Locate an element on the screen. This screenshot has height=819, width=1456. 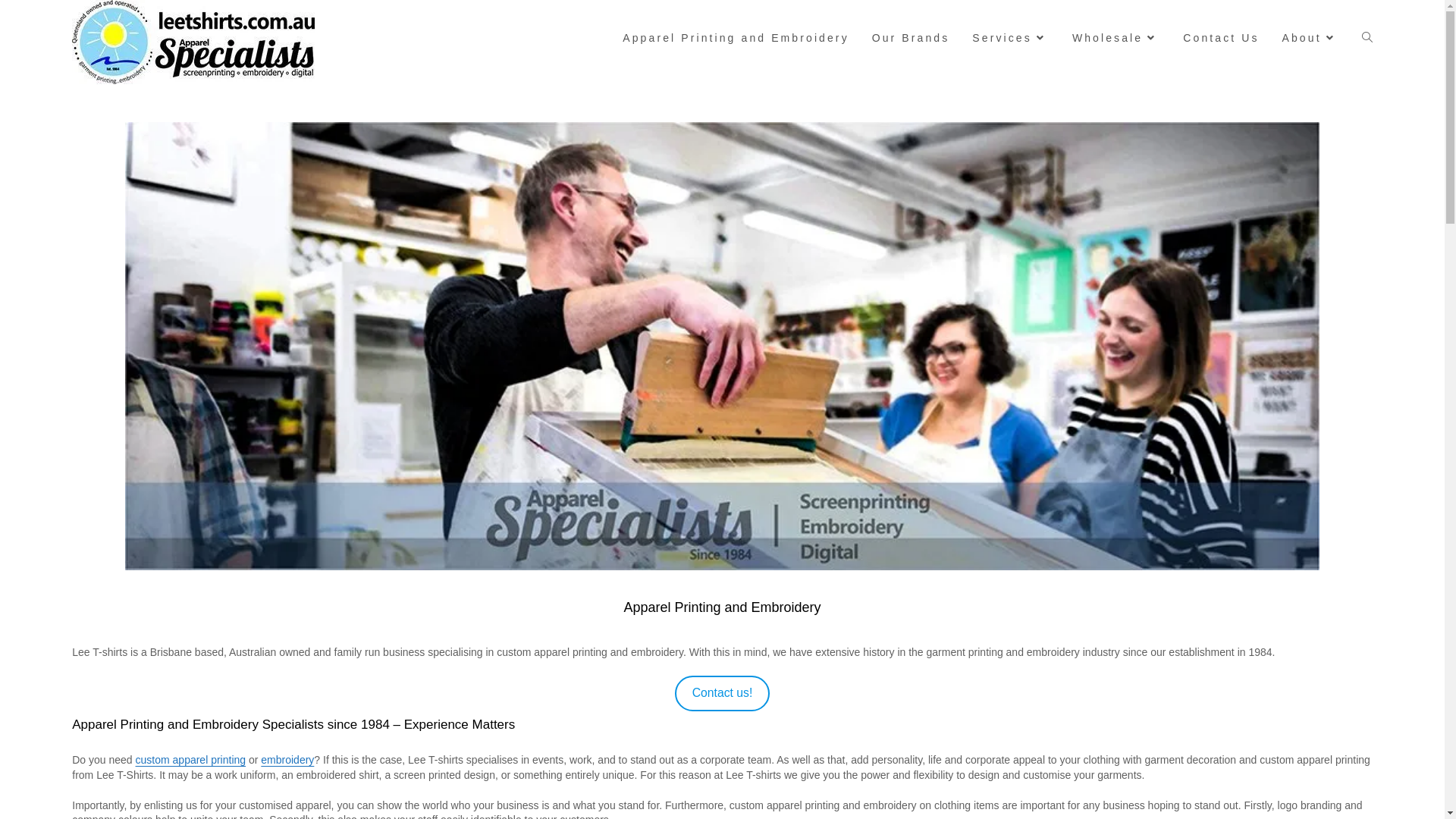
'Our Brands' is located at coordinates (910, 37).